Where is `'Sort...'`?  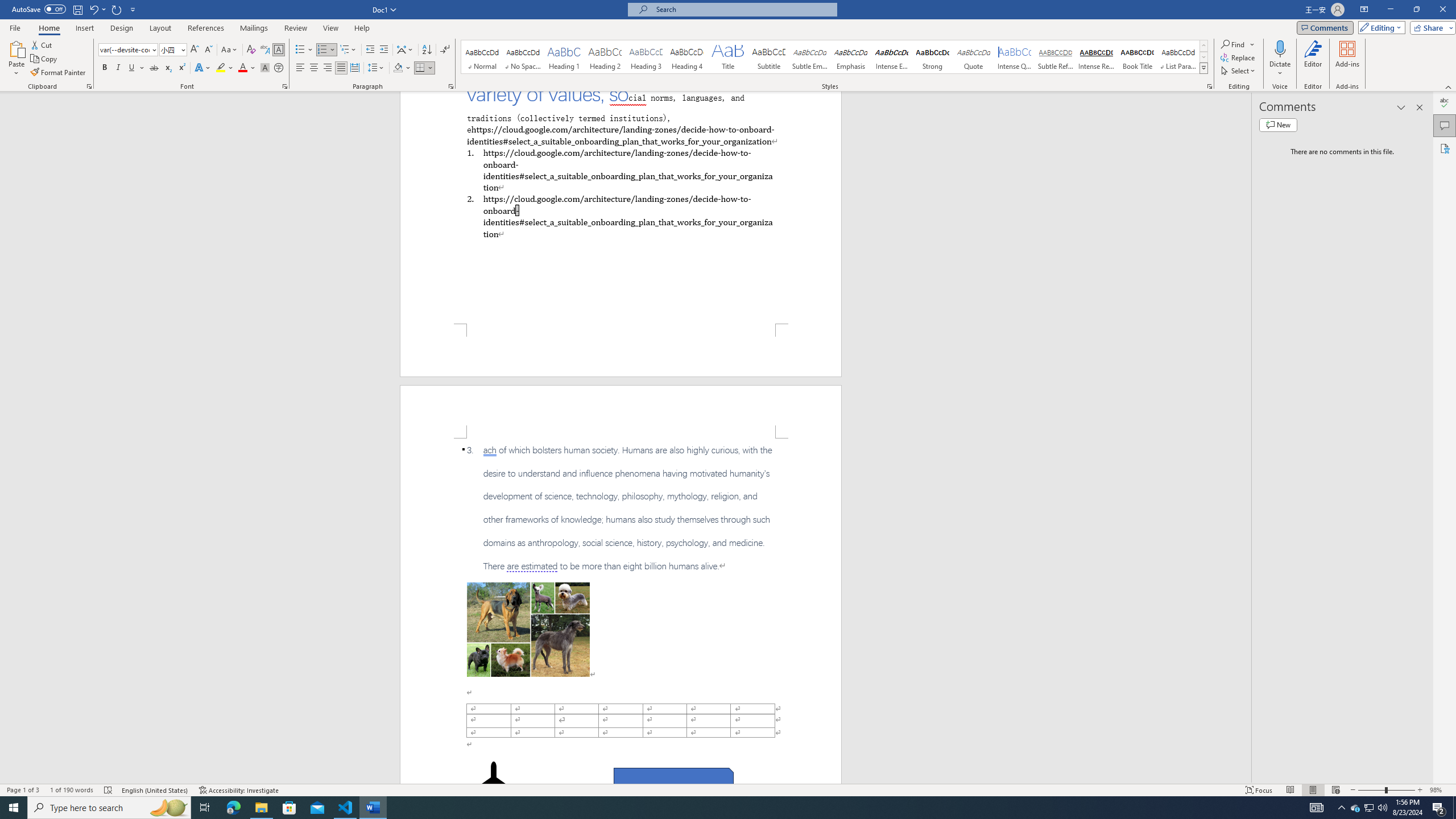 'Sort...' is located at coordinates (427, 49).